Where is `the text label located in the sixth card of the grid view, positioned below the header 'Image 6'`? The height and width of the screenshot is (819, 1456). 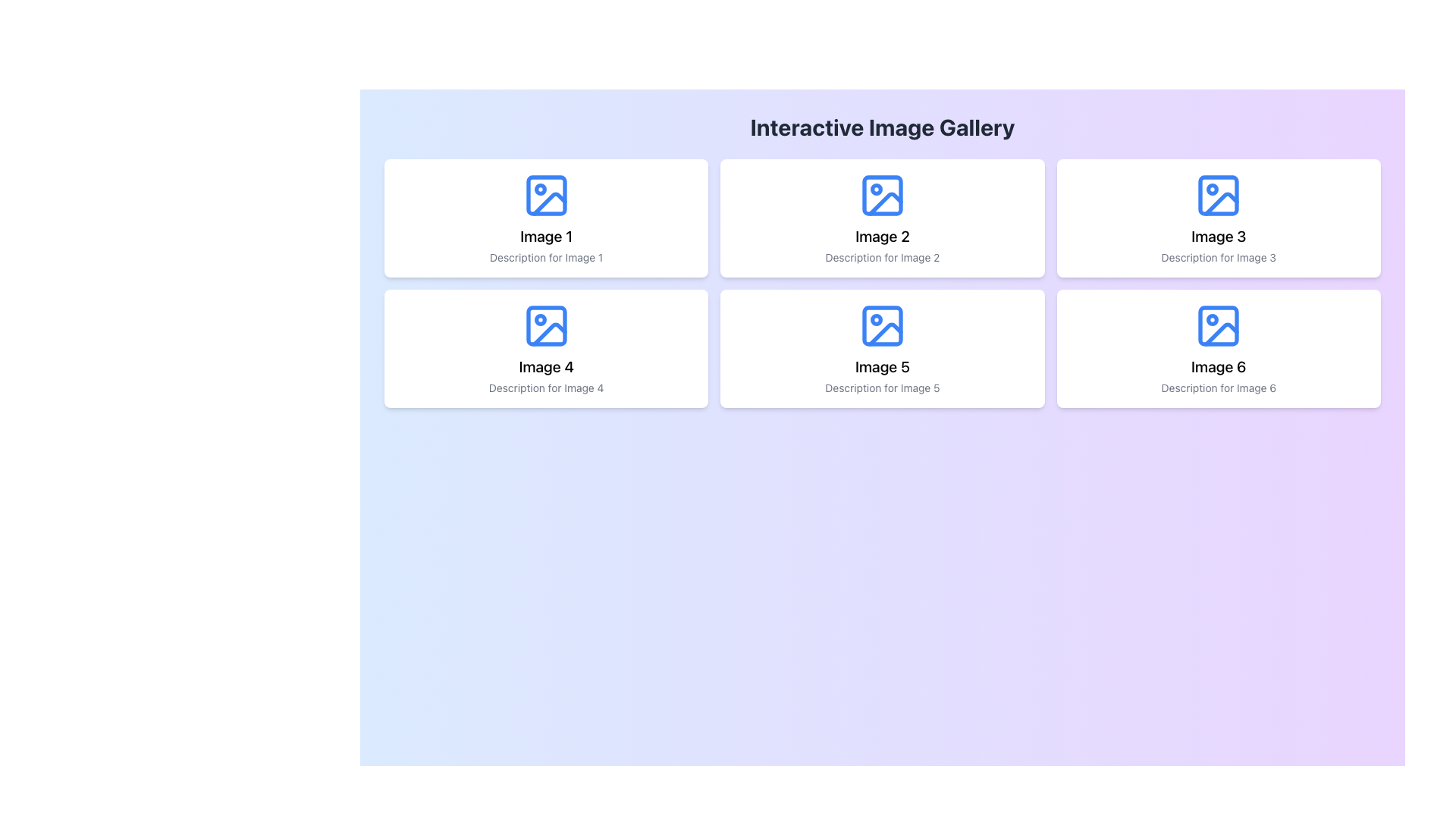
the text label located in the sixth card of the grid view, positioned below the header 'Image 6' is located at coordinates (1219, 388).